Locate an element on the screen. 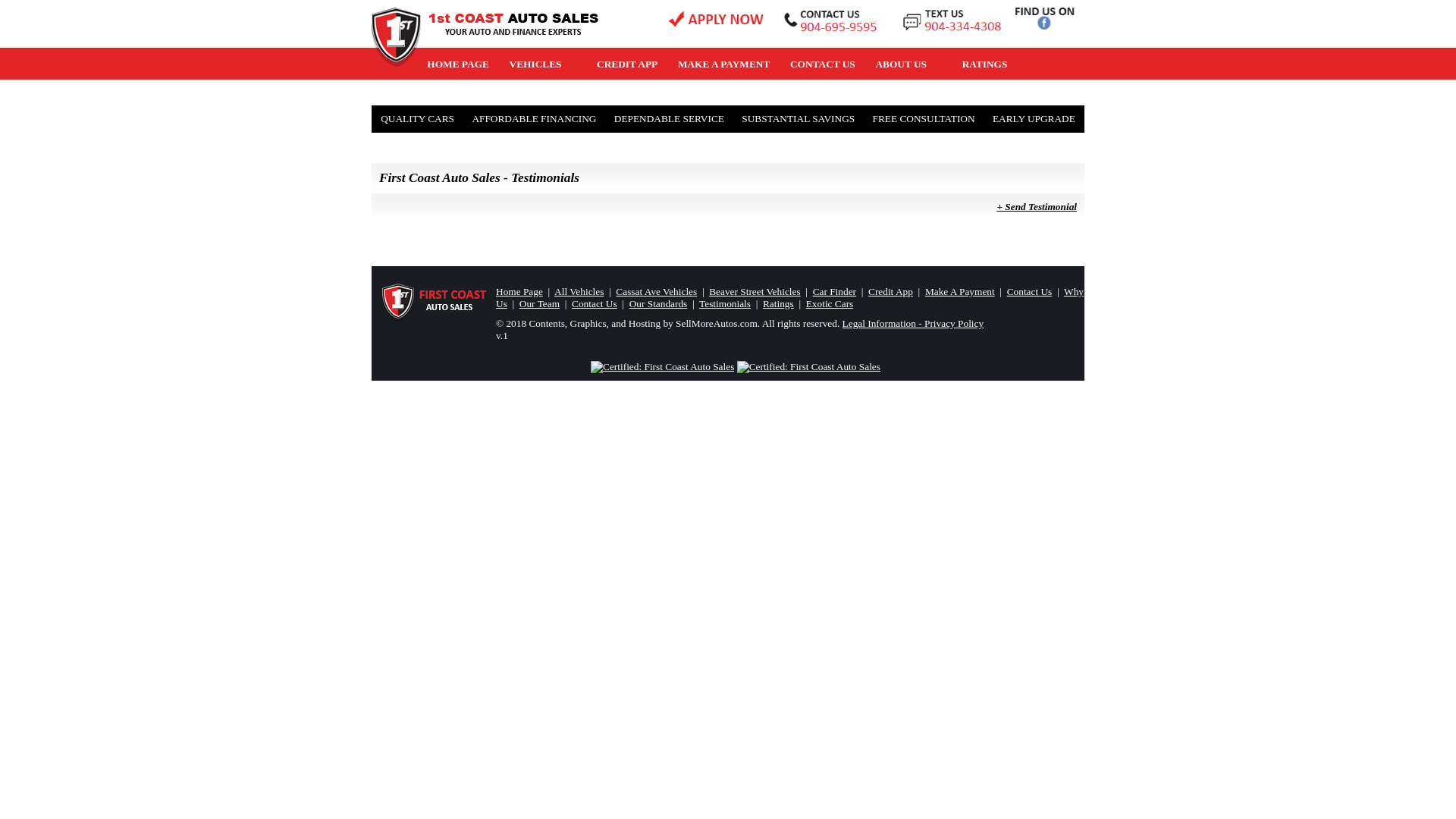 The height and width of the screenshot is (819, 1456). 'Testimonials' is located at coordinates (723, 303).